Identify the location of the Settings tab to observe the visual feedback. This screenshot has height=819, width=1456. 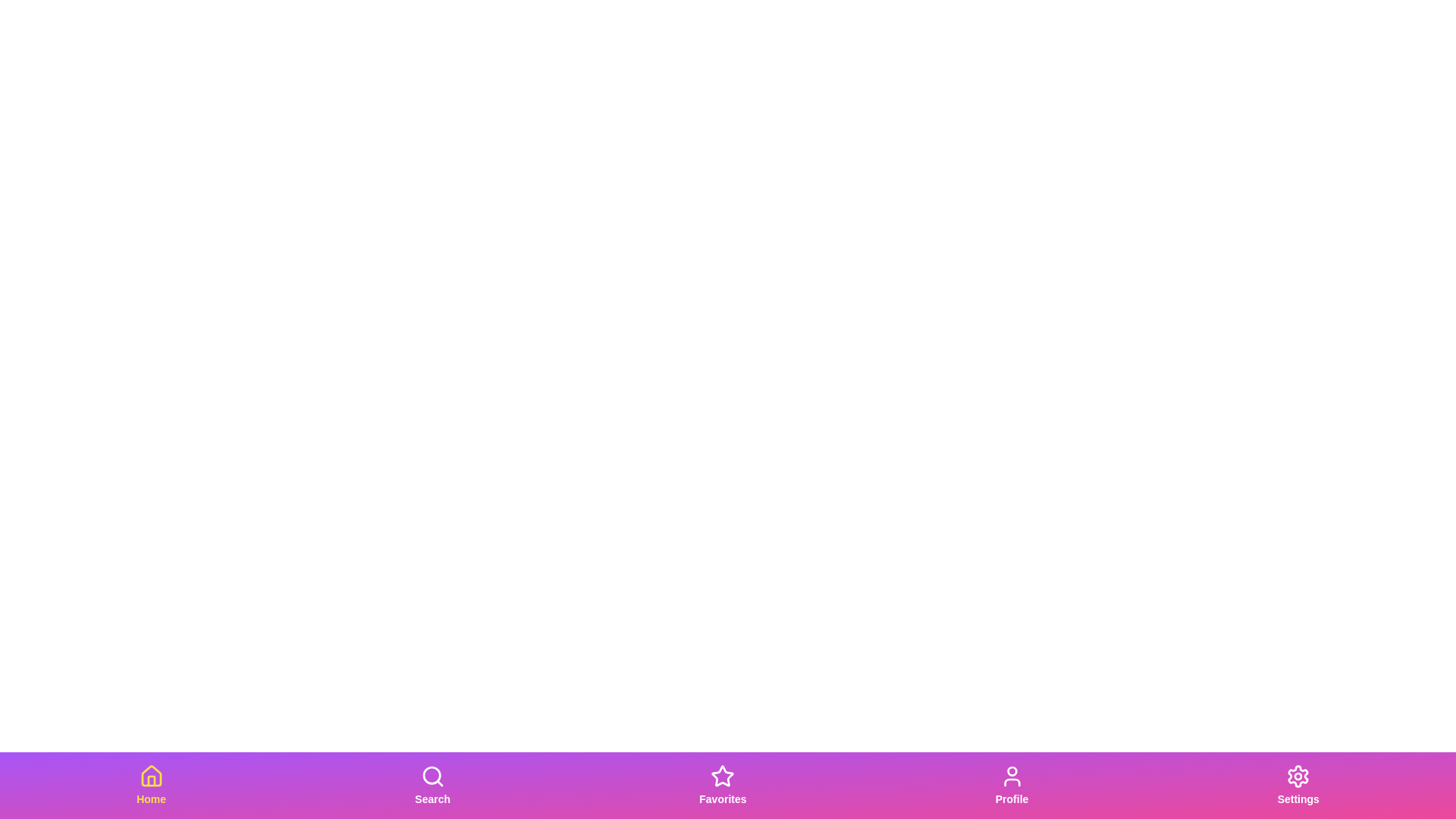
(1298, 785).